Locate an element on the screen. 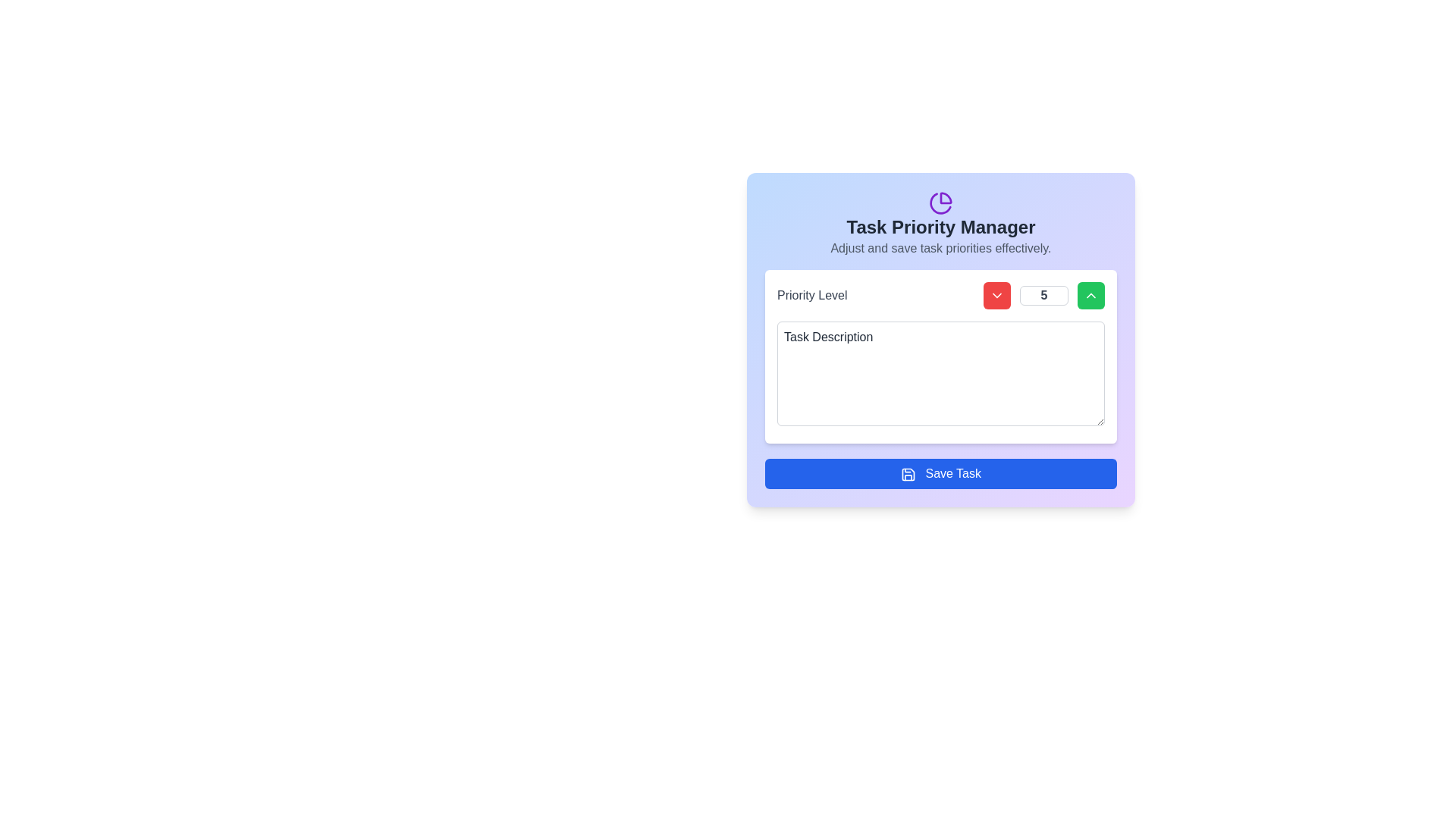 The image size is (1456, 819). the primary background shape of the 'Save Task' button located at the bottom center of the panel in the interface is located at coordinates (908, 473).